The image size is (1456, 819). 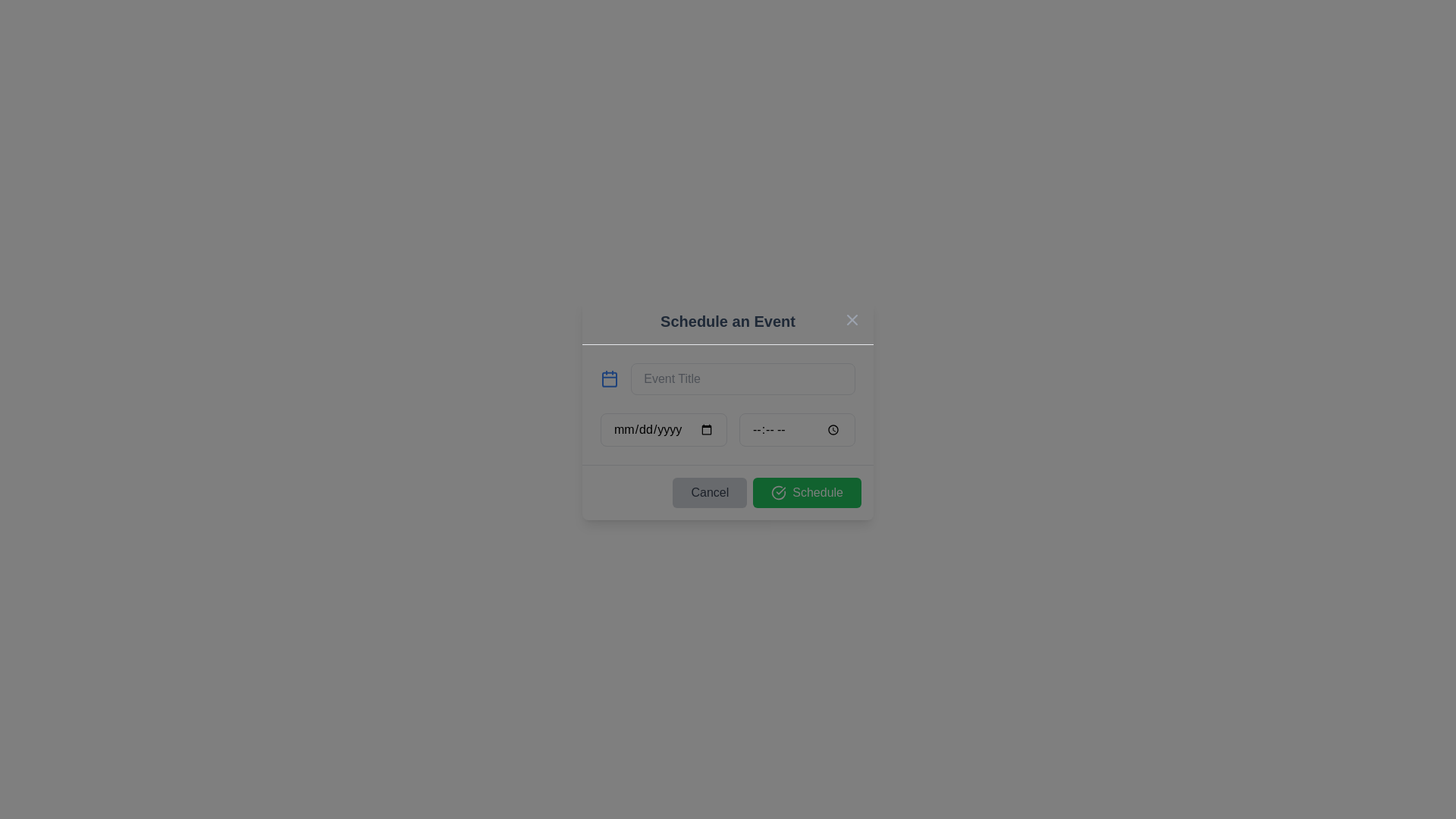 I want to click on the Date input field located in the 'Schedule an Event' dialog box, positioned to the left of the time input field and below the 'Event Title' text input field for visual feedback, so click(x=664, y=430).